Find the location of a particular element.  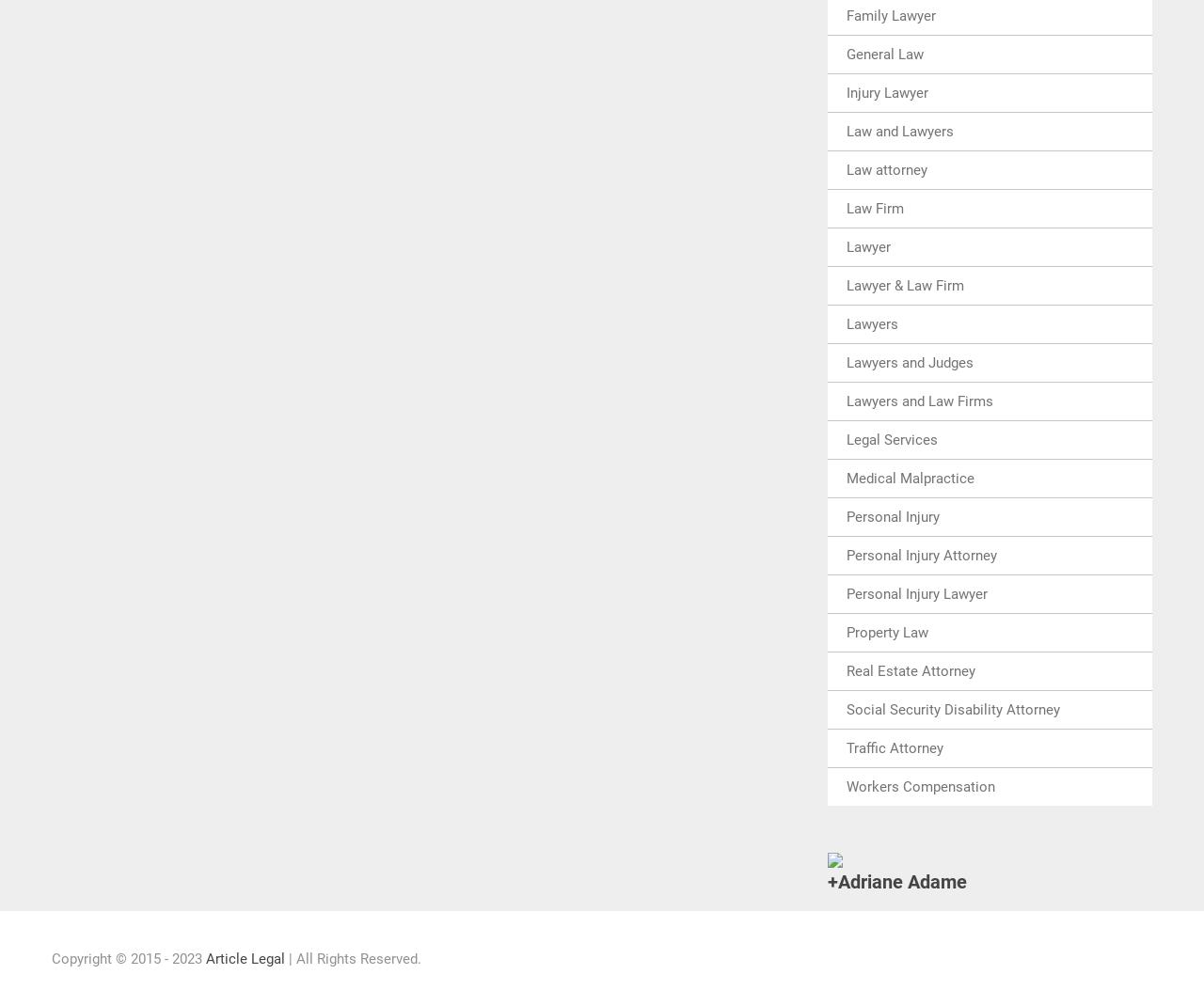

'Property Law' is located at coordinates (886, 631).